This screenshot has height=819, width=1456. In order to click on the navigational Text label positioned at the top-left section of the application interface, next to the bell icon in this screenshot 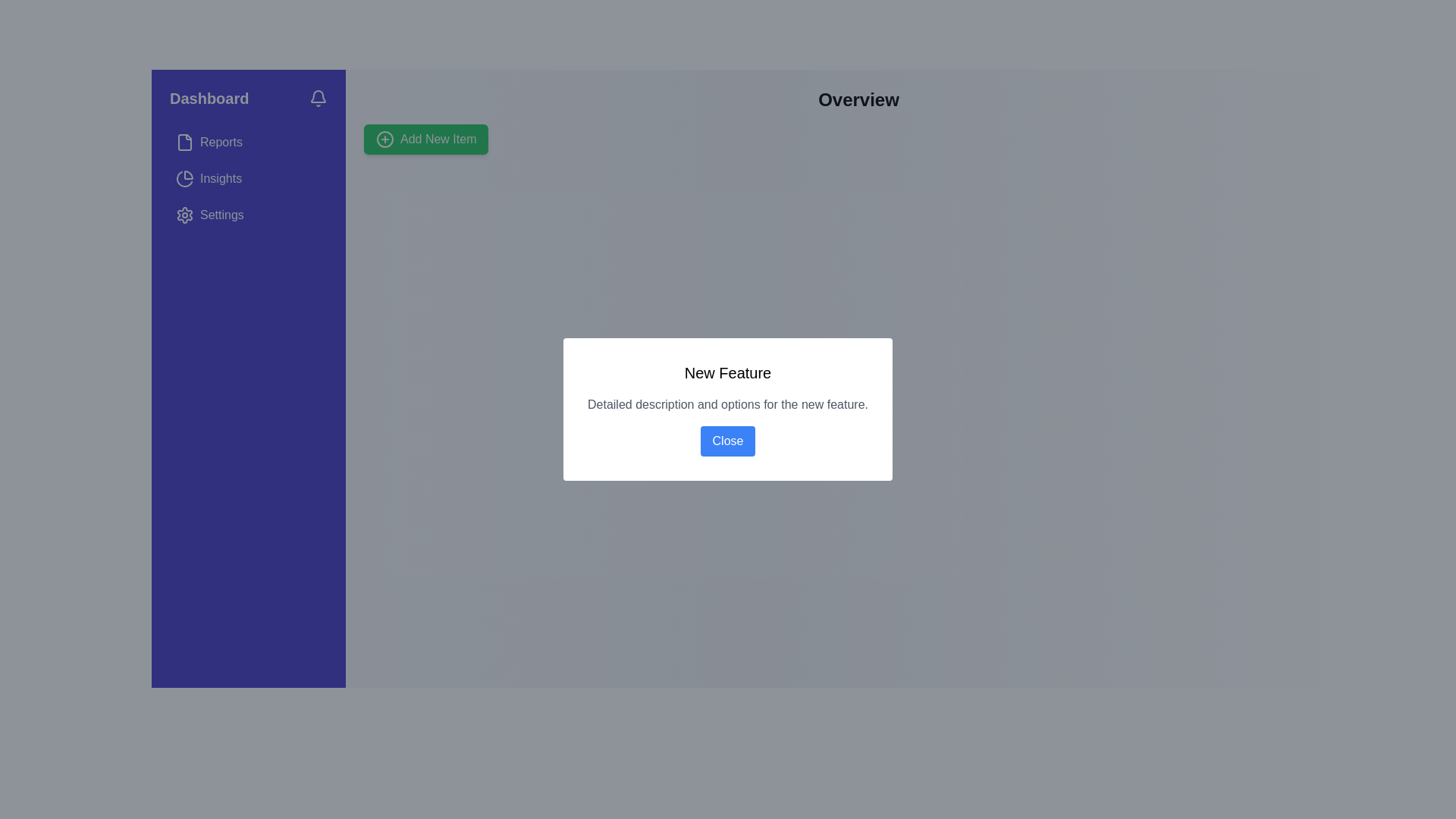, I will do `click(209, 99)`.